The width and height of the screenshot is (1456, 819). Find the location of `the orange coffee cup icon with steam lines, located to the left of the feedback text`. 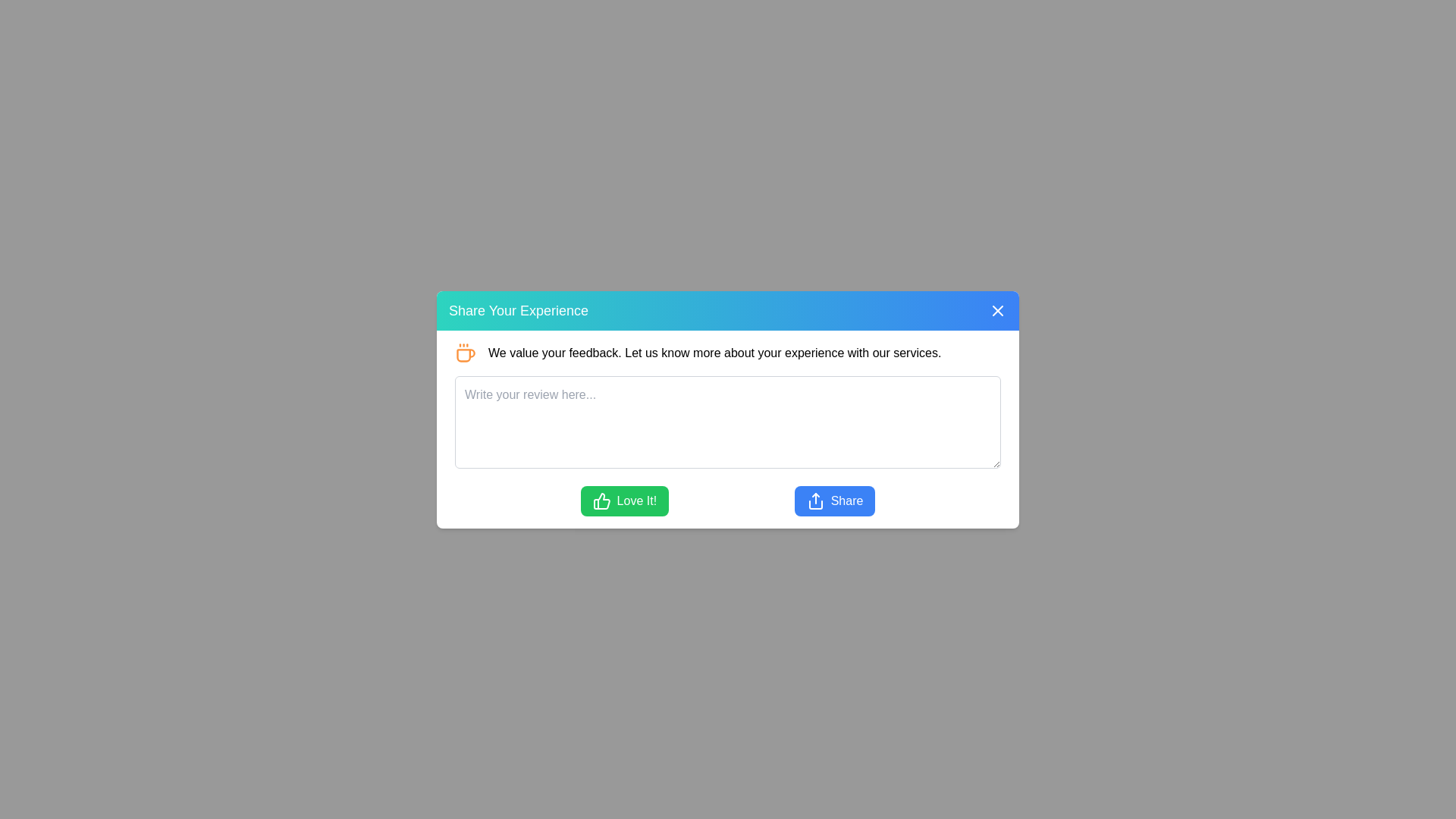

the orange coffee cup icon with steam lines, located to the left of the feedback text is located at coordinates (465, 353).